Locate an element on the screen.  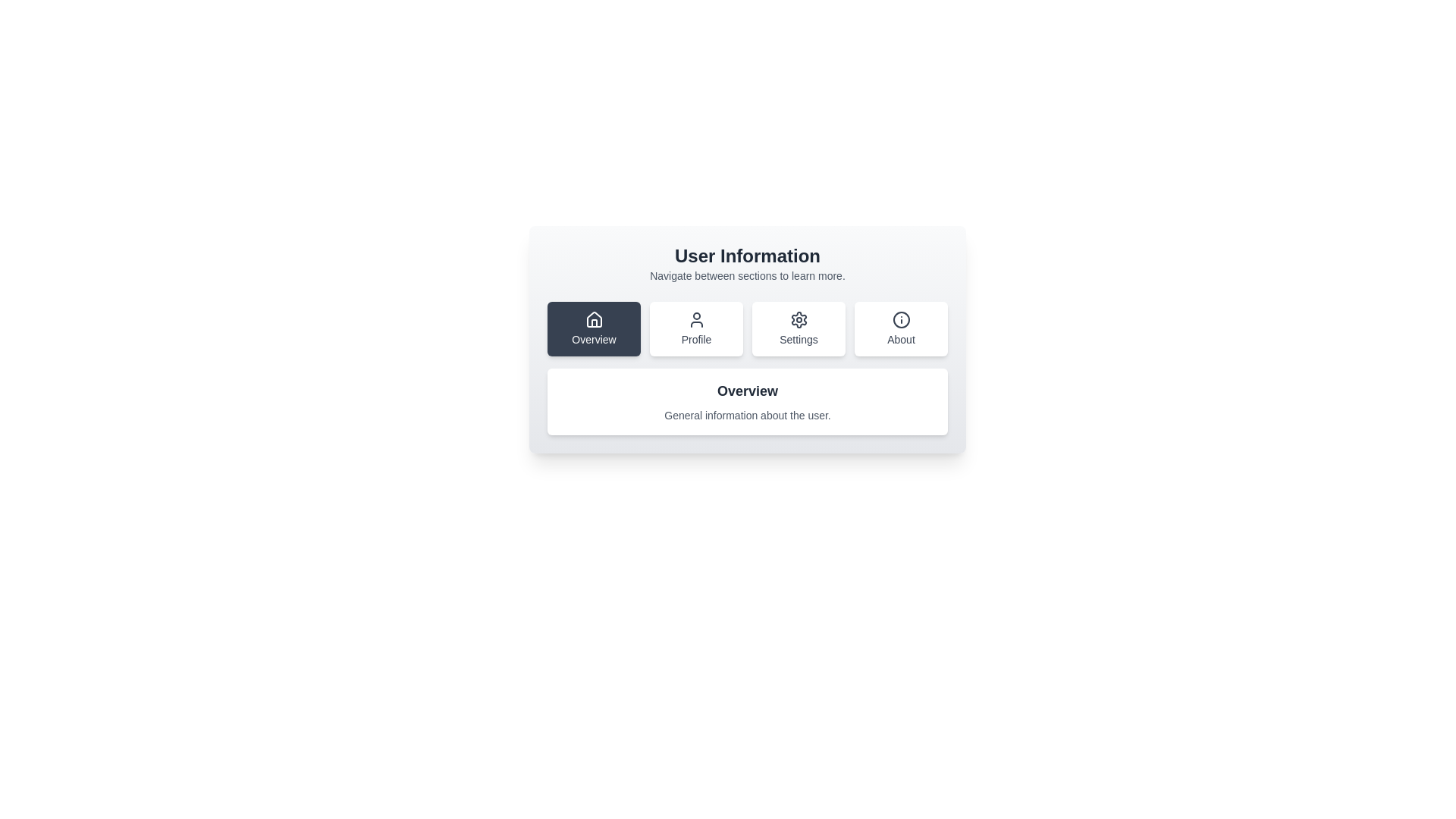
the informational block titled 'User Information' which provides guidance to navigate between sections is located at coordinates (747, 262).